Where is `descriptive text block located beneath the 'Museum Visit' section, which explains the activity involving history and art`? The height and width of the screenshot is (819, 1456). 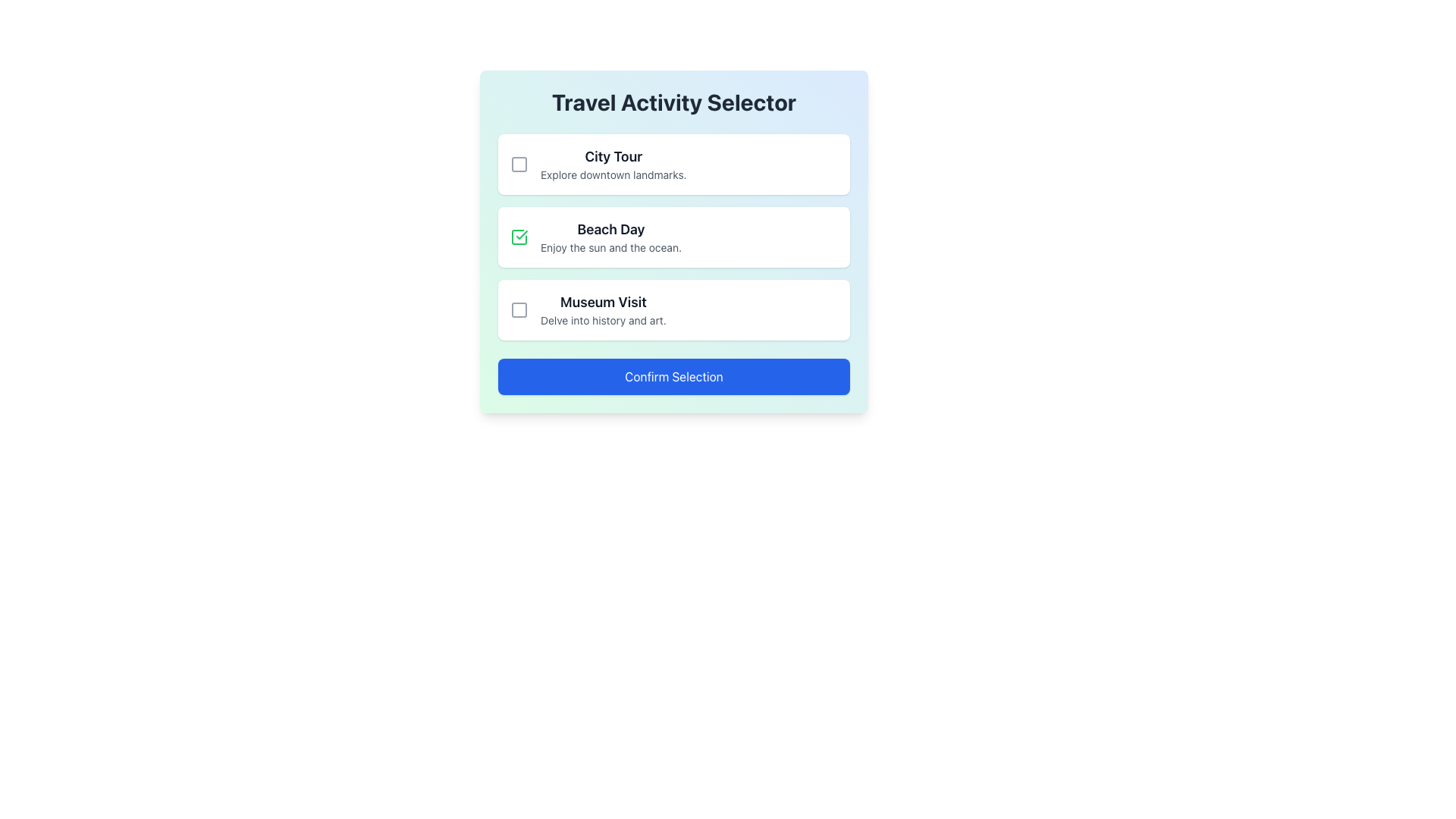 descriptive text block located beneath the 'Museum Visit' section, which explains the activity involving history and art is located at coordinates (602, 320).